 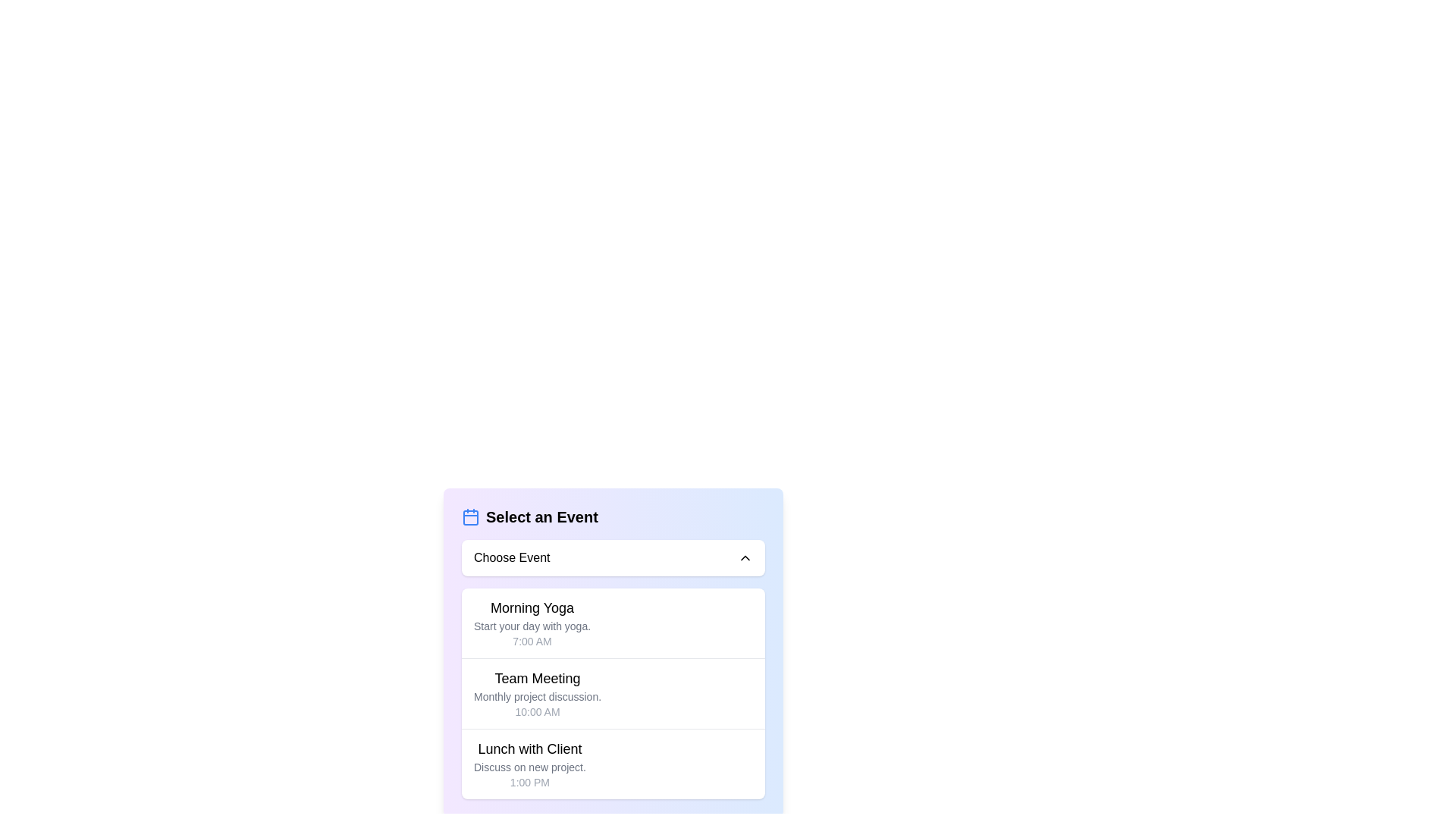 What do you see at coordinates (613, 651) in the screenshot?
I see `the interactive dropdown list labeled 'Select an Event'` at bounding box center [613, 651].